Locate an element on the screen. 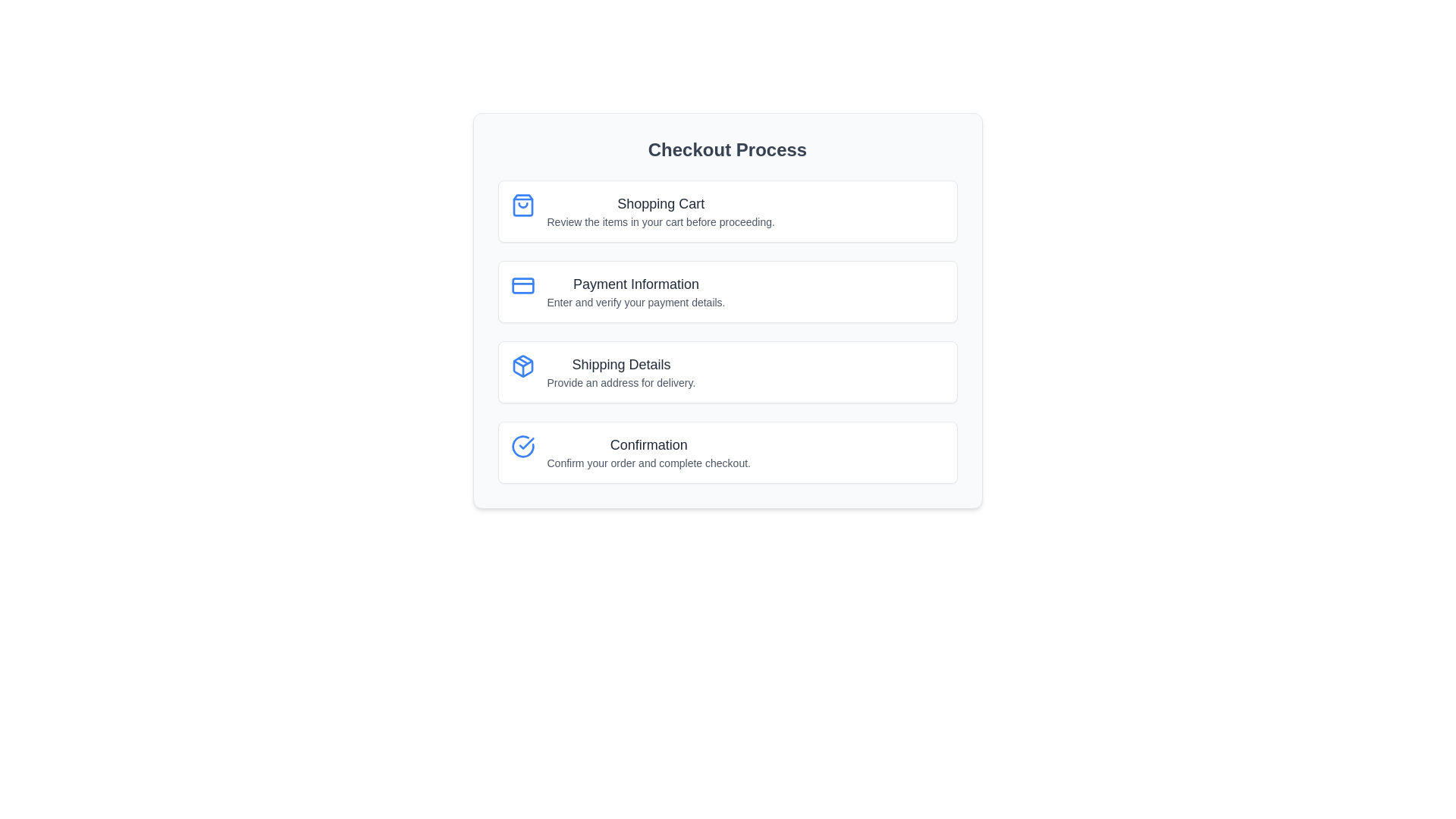 The image size is (1456, 819). the circular blue icon indicating the completion of the 'Confirmation' step in the Checkout Process interface is located at coordinates (522, 446).